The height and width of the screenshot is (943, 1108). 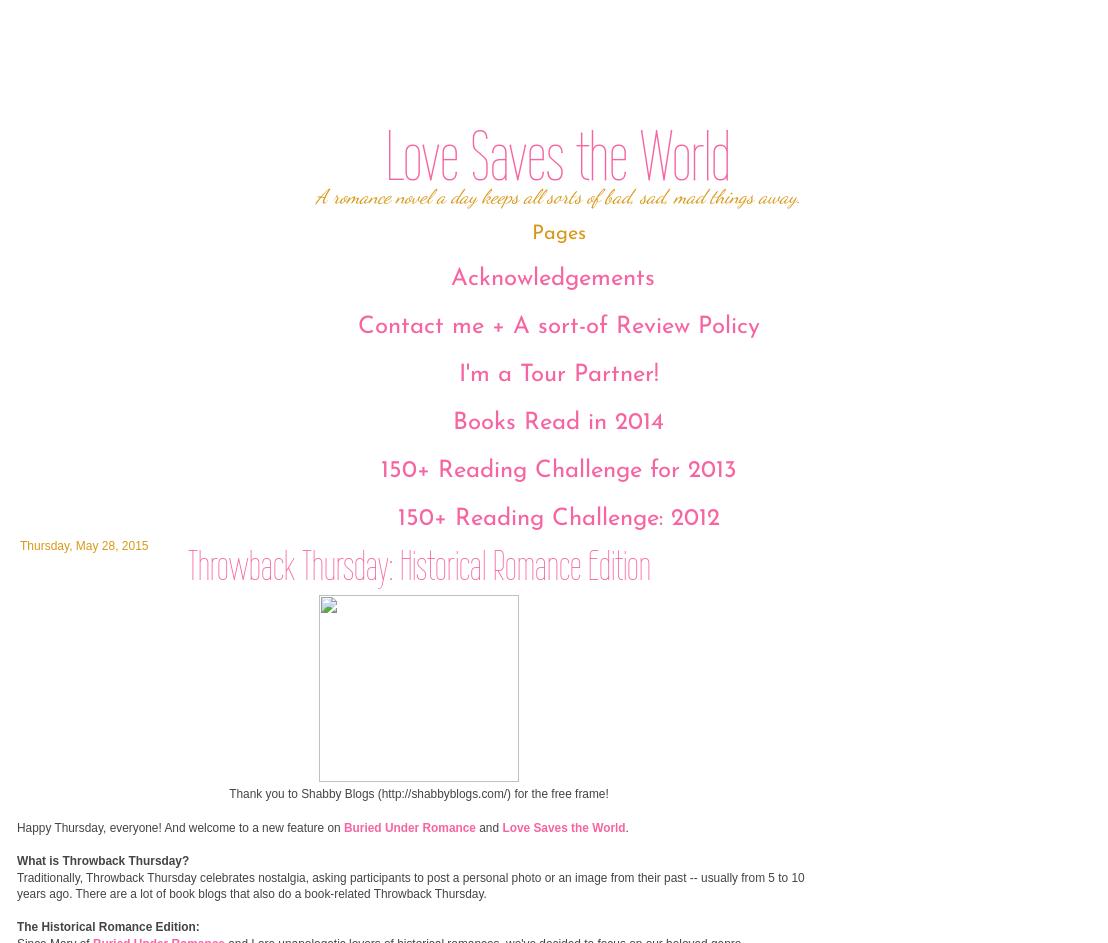 I want to click on 'What is Throwback Thursday?', so click(x=103, y=860).